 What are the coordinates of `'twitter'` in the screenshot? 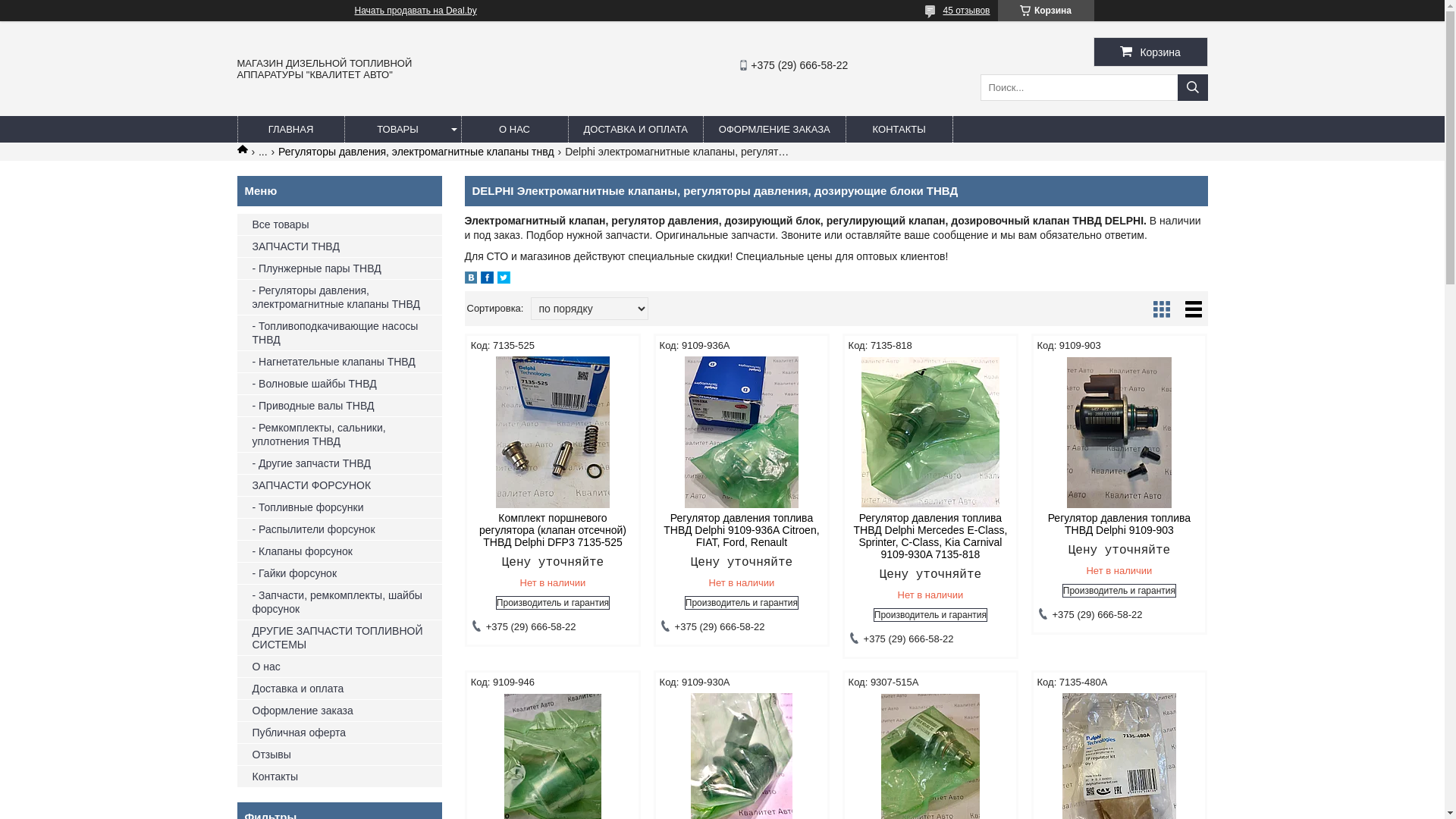 It's located at (504, 280).